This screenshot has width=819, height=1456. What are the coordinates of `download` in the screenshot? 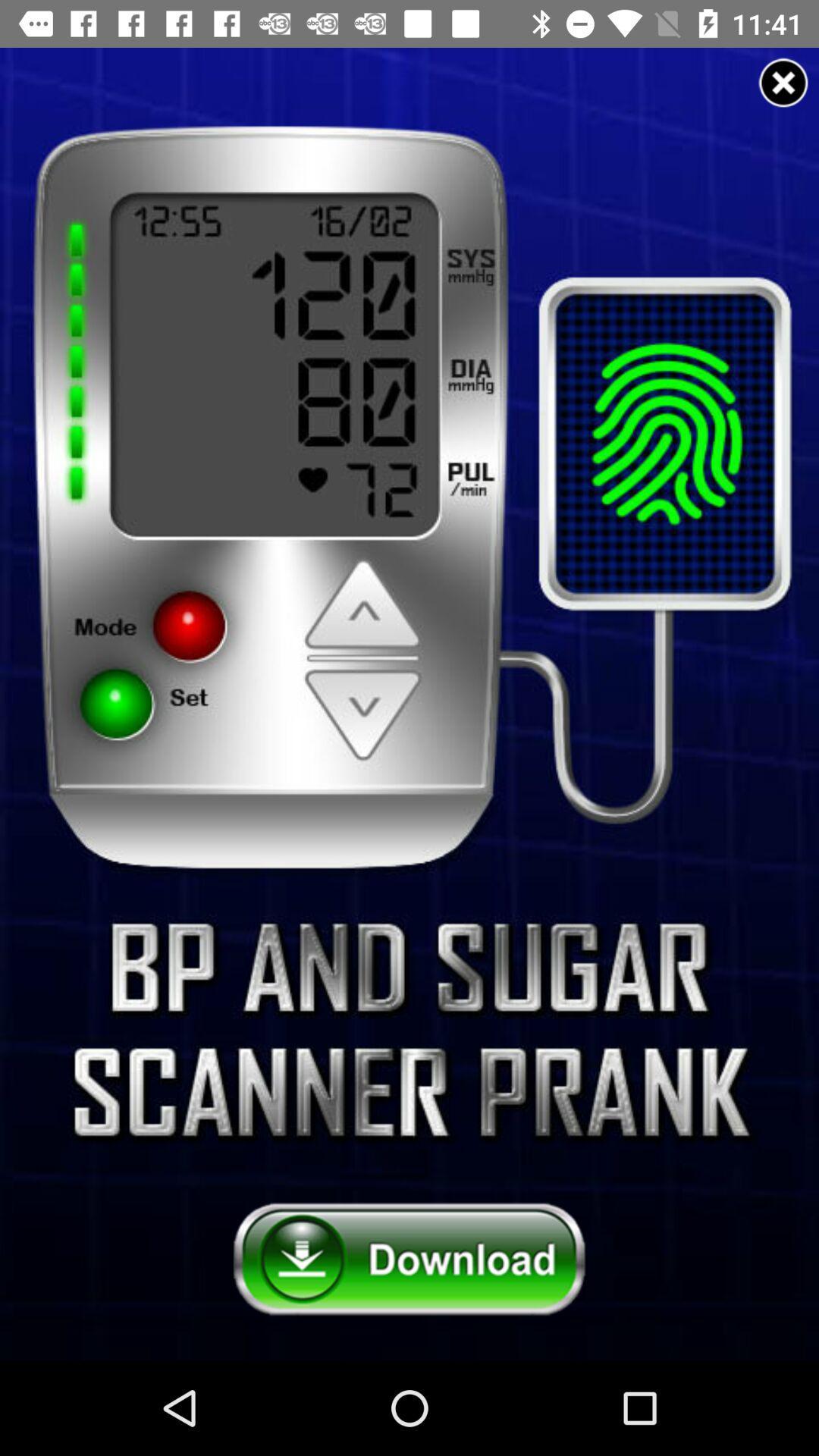 It's located at (409, 1260).